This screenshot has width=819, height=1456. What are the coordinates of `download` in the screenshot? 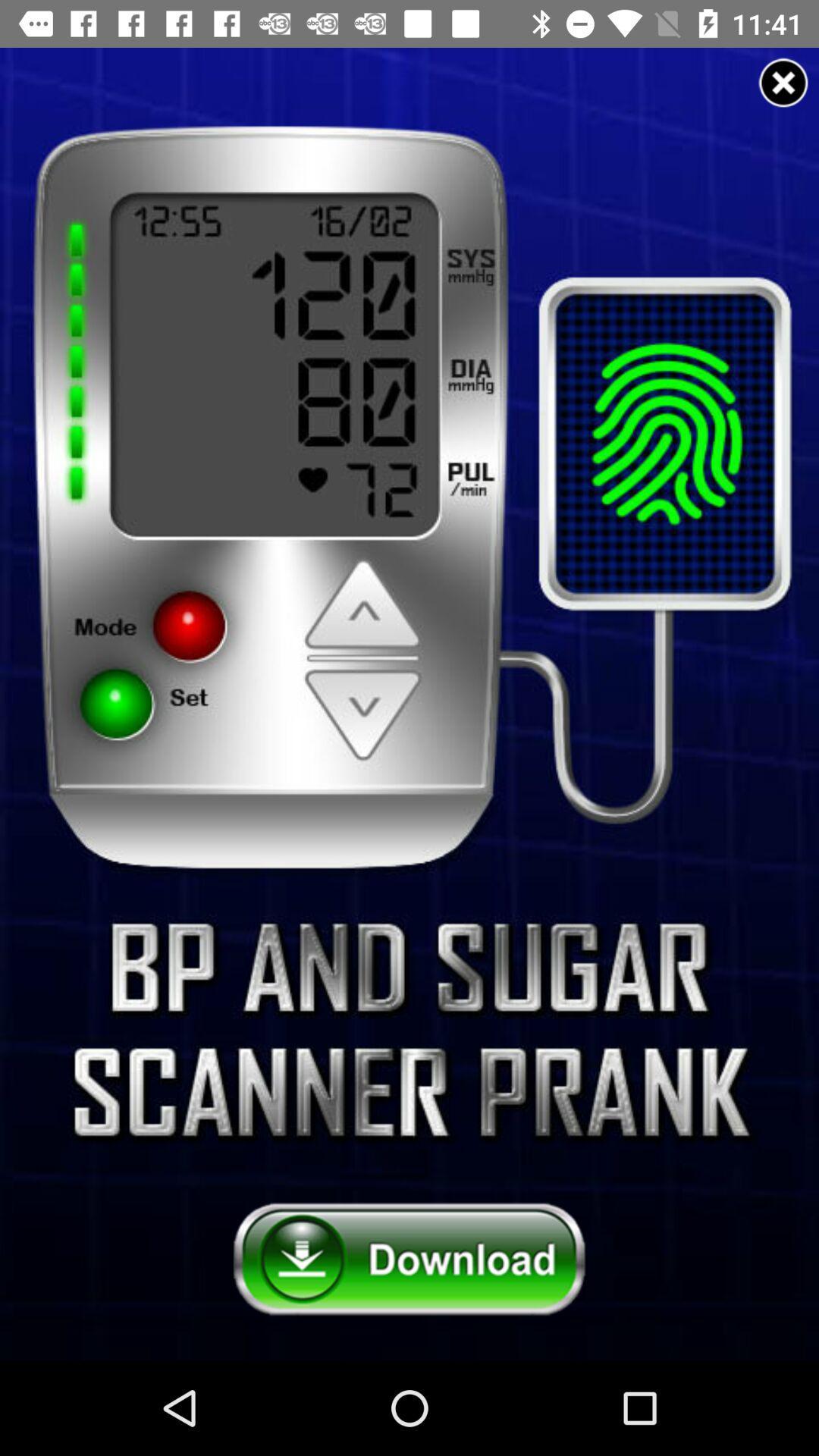 It's located at (409, 1260).